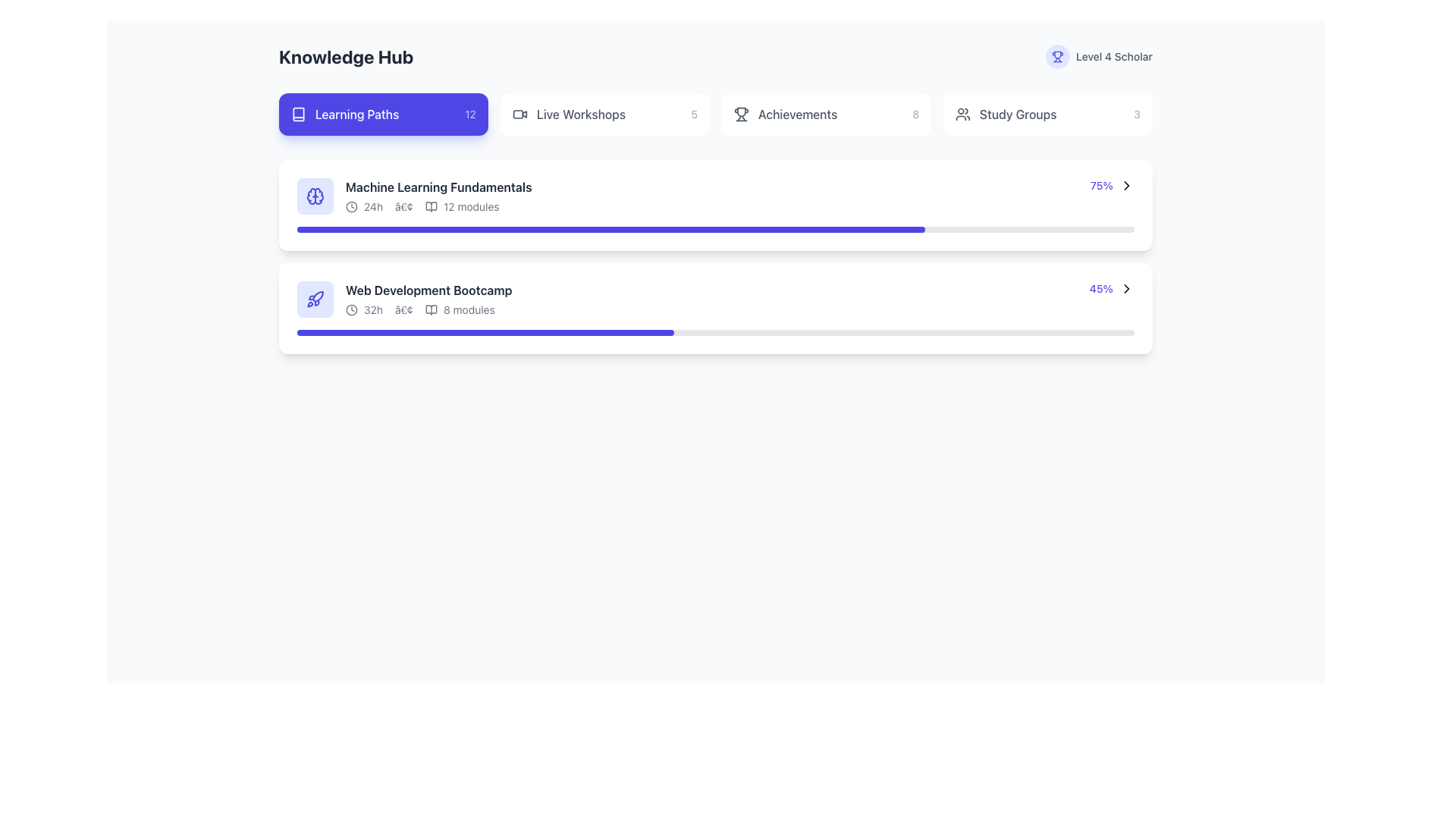  I want to click on the 'Learning Paths' icon within the navigation menu, which is part of the interactive button that navigates to the Learning Paths page, so click(298, 113).